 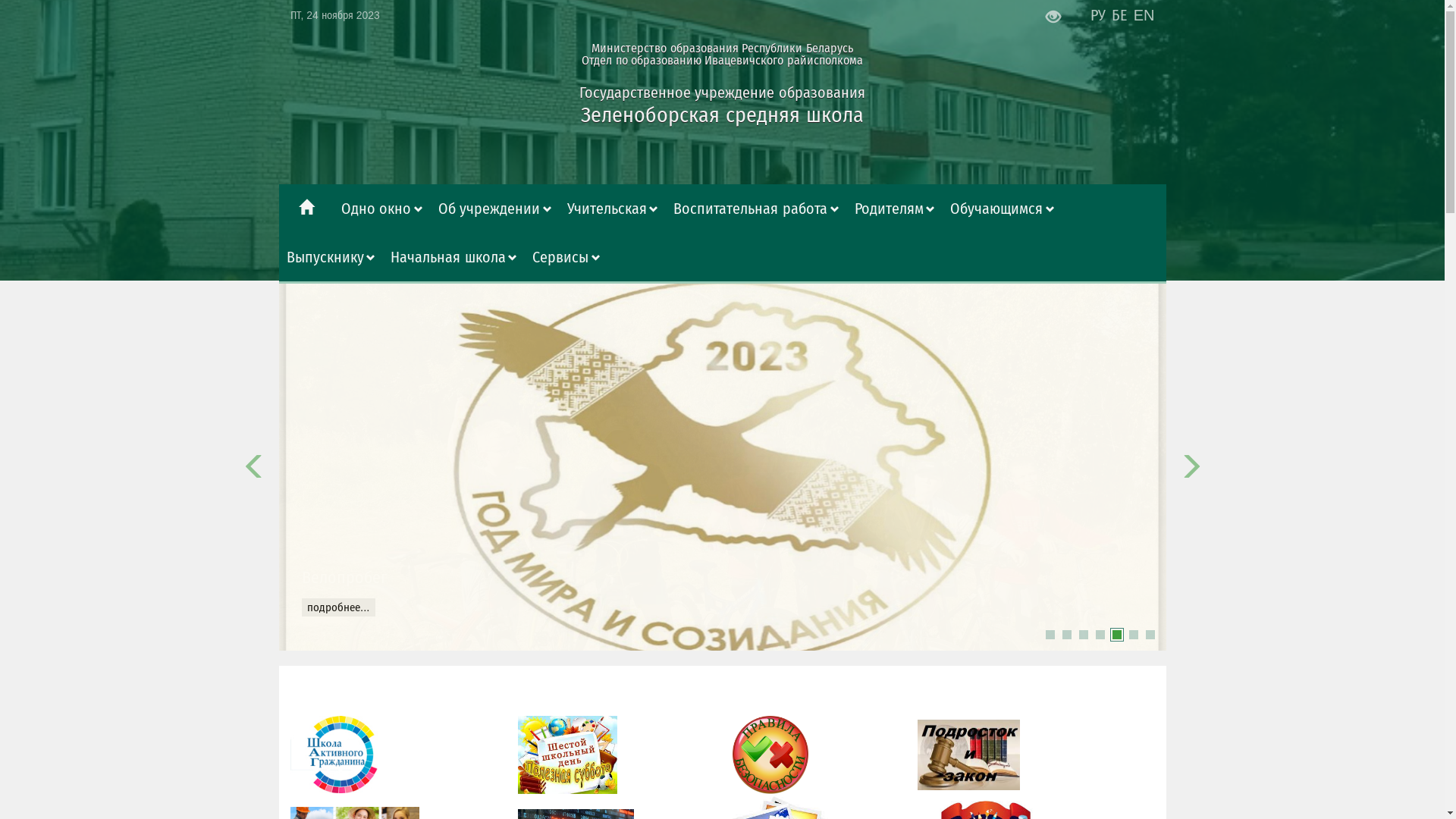 I want to click on '6', so click(x=1132, y=635).